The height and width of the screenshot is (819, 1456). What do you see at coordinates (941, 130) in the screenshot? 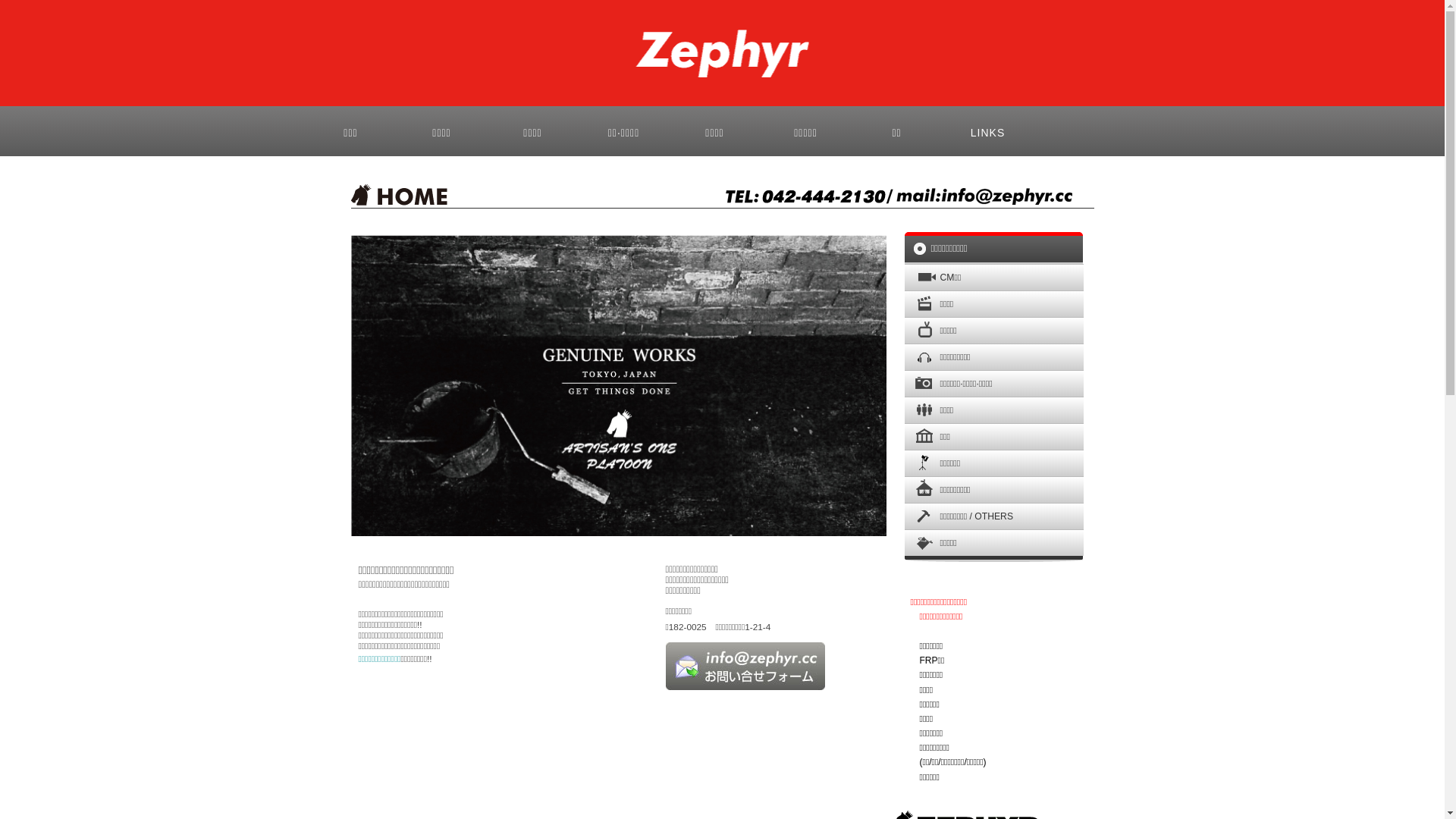
I see `'LINKS'` at bounding box center [941, 130].